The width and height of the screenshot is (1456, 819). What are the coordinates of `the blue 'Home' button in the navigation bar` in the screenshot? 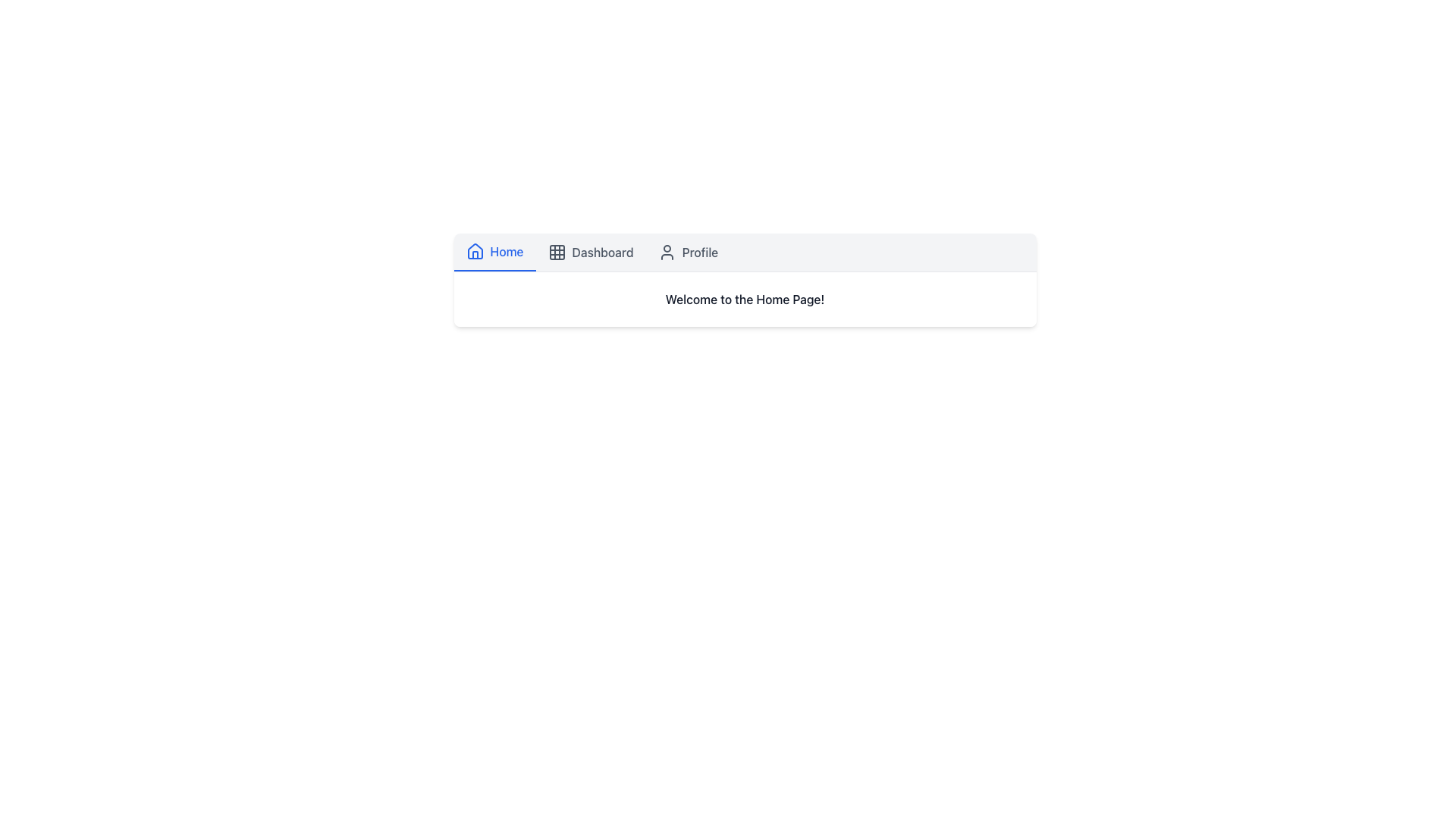 It's located at (494, 251).